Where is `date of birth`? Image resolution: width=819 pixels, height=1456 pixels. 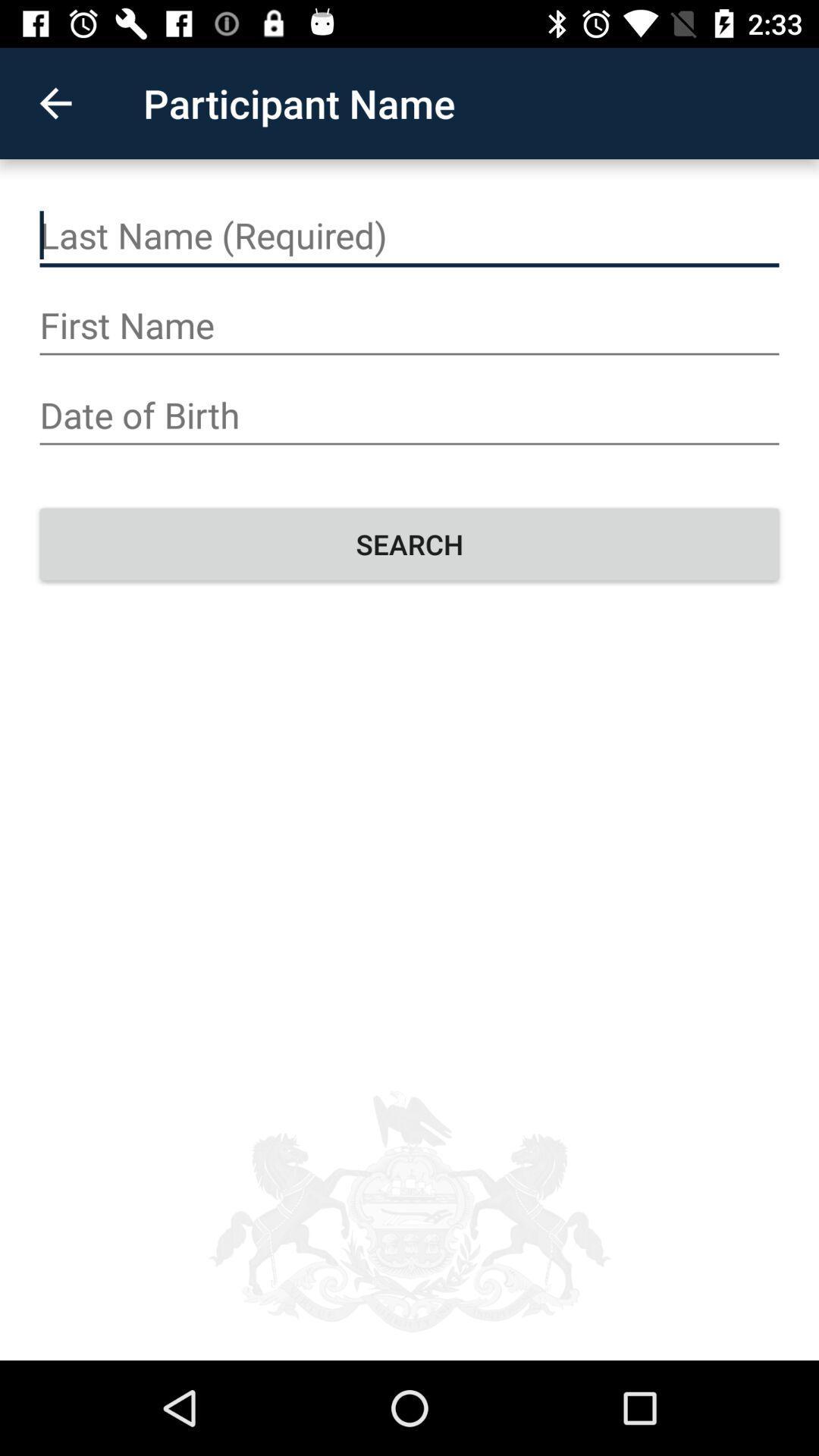 date of birth is located at coordinates (409, 416).